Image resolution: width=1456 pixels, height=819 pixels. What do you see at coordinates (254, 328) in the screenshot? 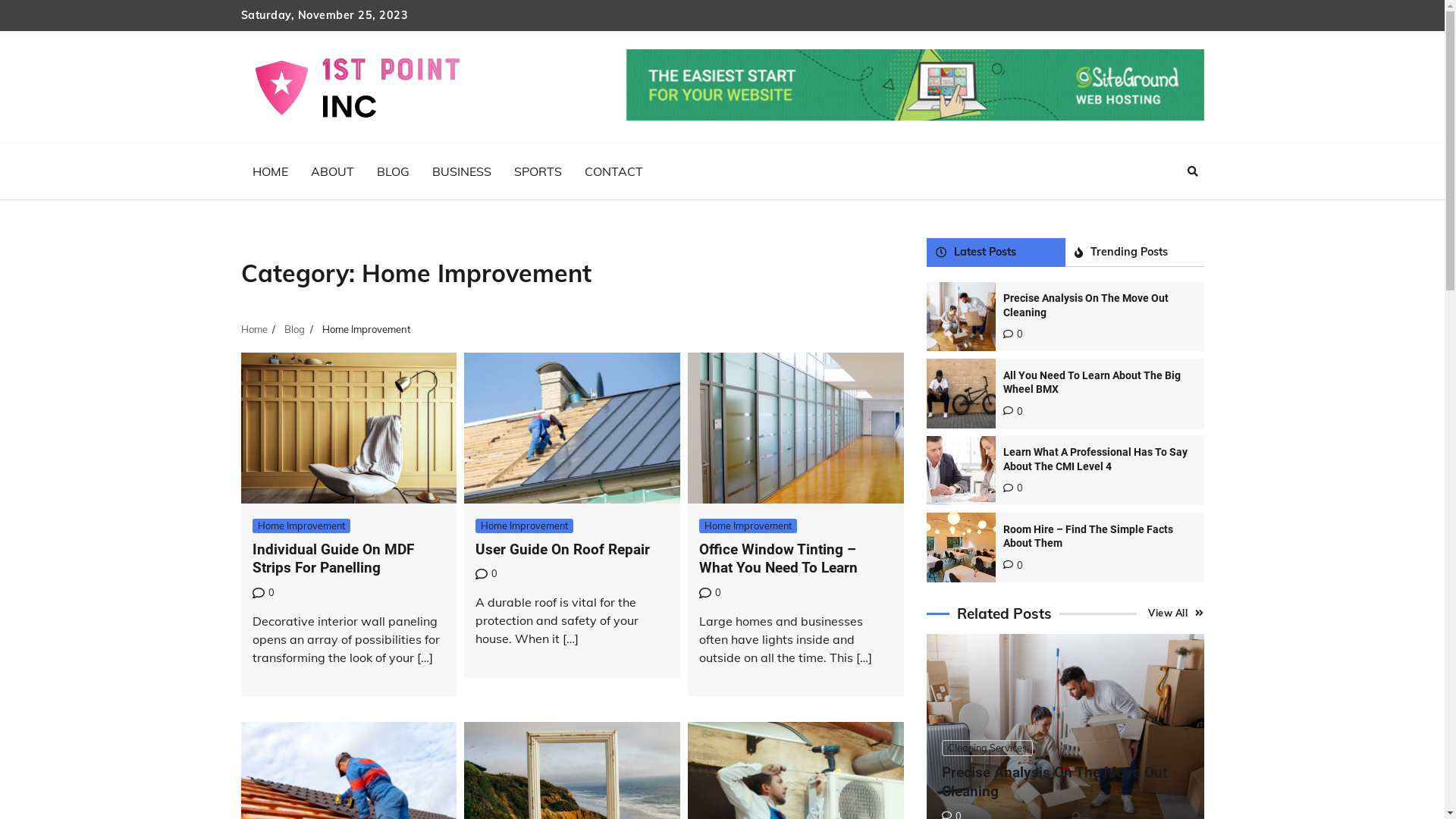
I see `'Home'` at bounding box center [254, 328].